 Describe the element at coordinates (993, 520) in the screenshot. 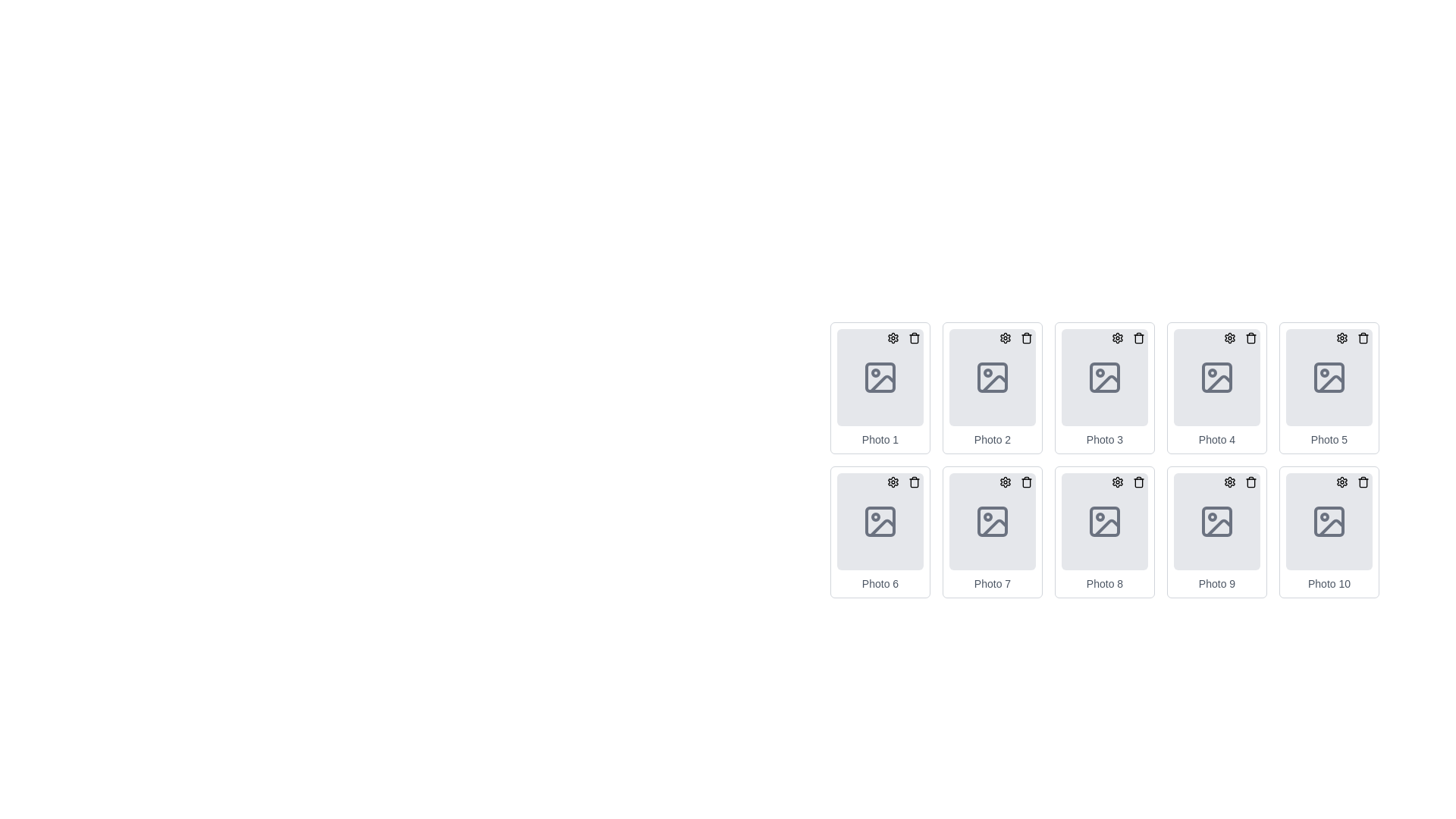

I see `the icon located in the center of the seventh card in a two-row grid layout to interact with the image functionality` at that location.